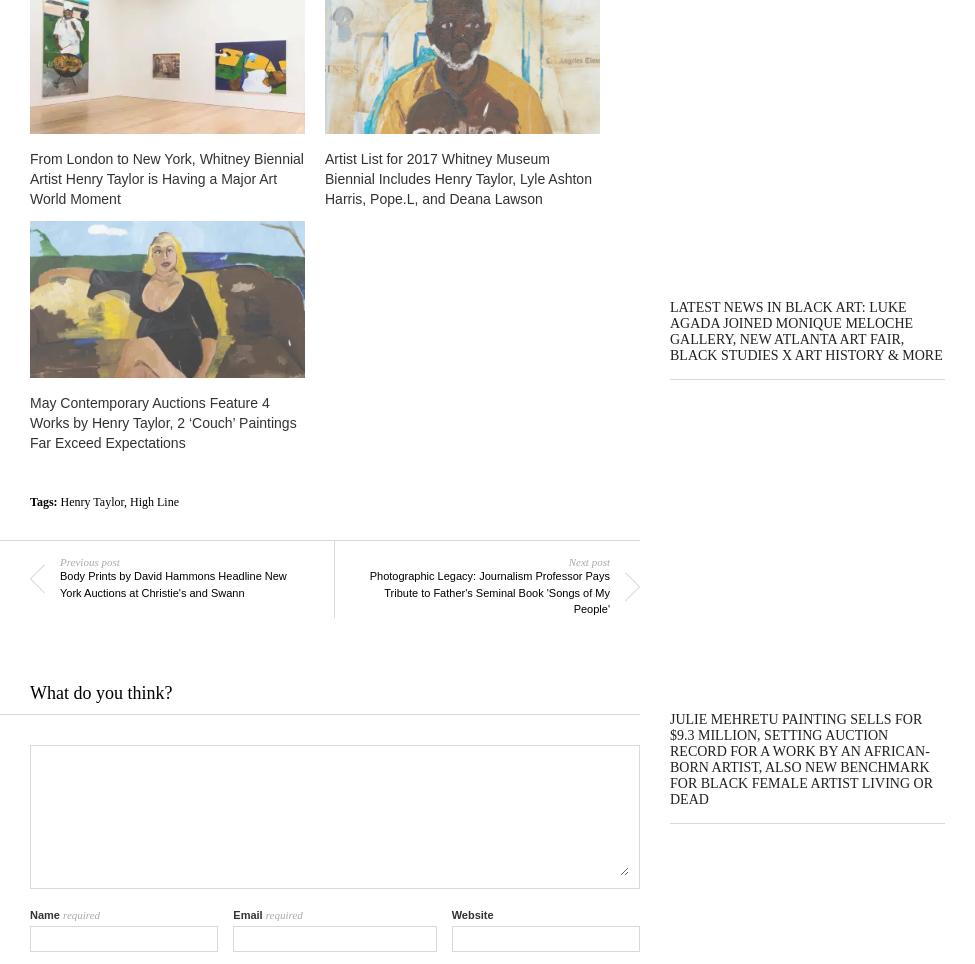  I want to click on 'Julie Mehretu Painting Sells for $9.3 Million, Setting Auction Record For a Work by an African-Born Artist, Also New Benchmark For Black Female Artist Living or Dead', so click(800, 757).